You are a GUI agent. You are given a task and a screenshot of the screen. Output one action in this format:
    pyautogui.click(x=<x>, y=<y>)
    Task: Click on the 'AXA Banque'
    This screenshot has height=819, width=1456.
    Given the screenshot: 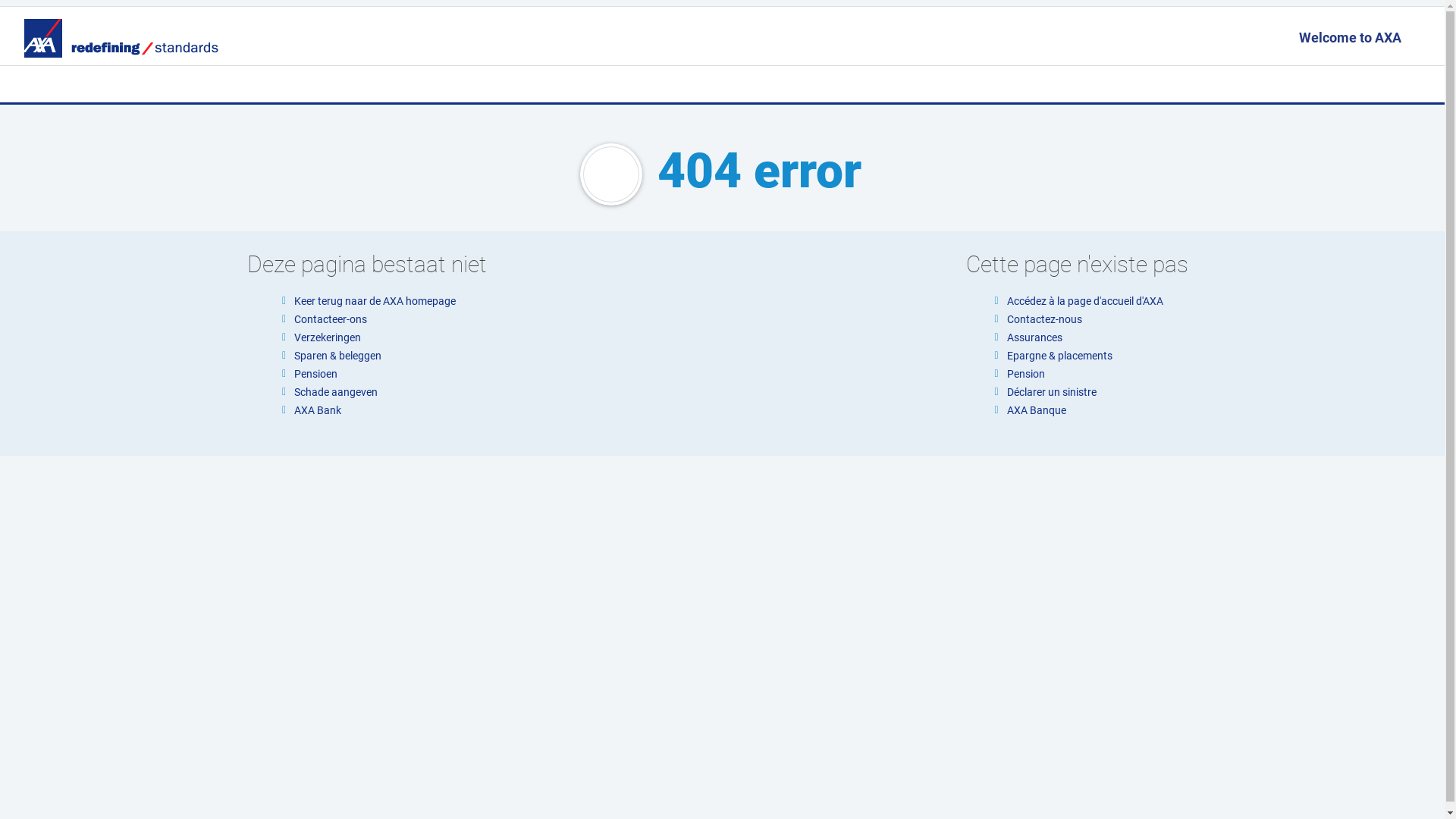 What is the action you would take?
    pyautogui.click(x=1007, y=409)
    